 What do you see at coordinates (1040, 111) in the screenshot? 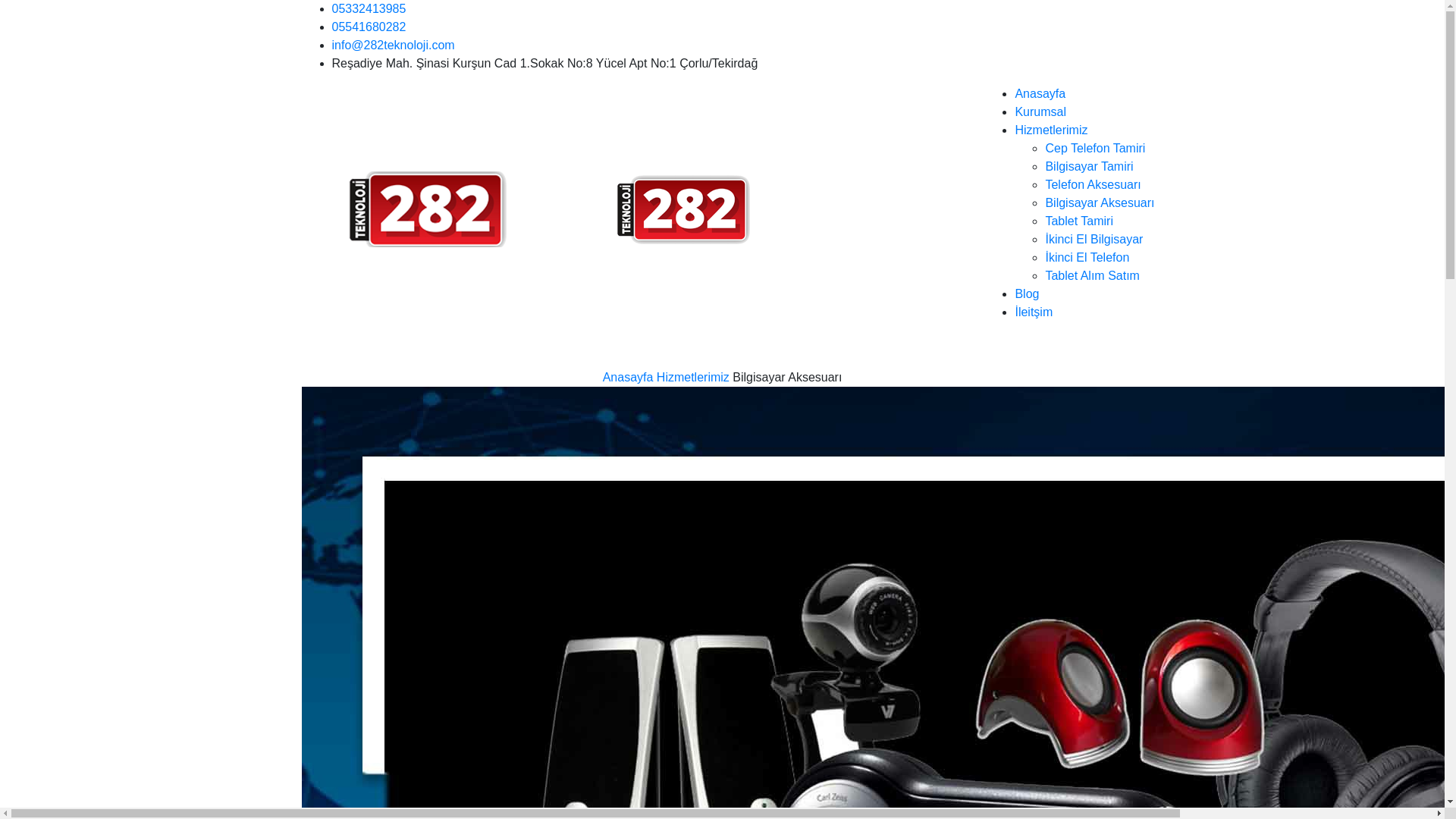
I see `'Kurumsal'` at bounding box center [1040, 111].